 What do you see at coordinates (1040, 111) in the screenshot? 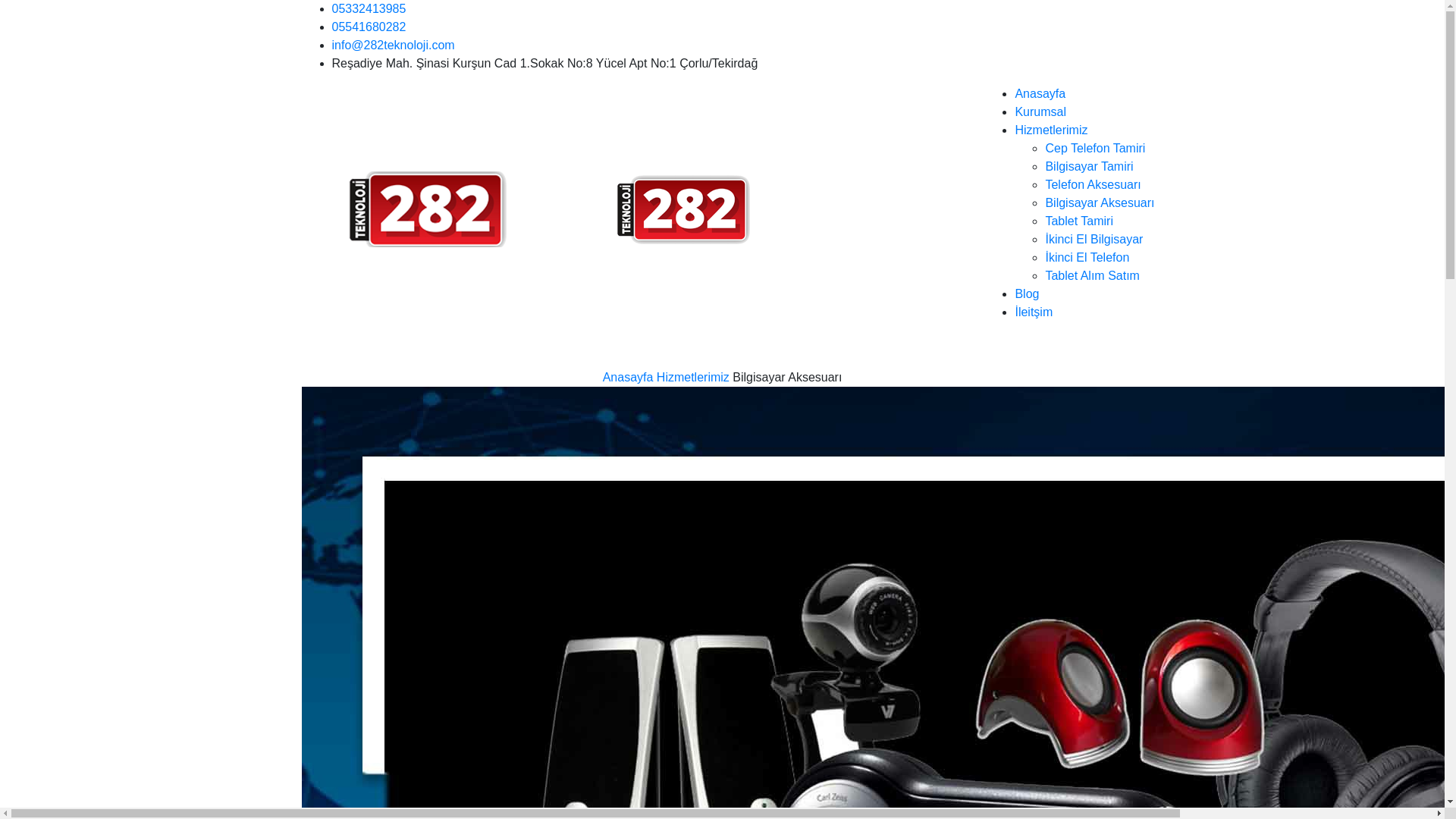
I see `'Kurumsal'` at bounding box center [1040, 111].